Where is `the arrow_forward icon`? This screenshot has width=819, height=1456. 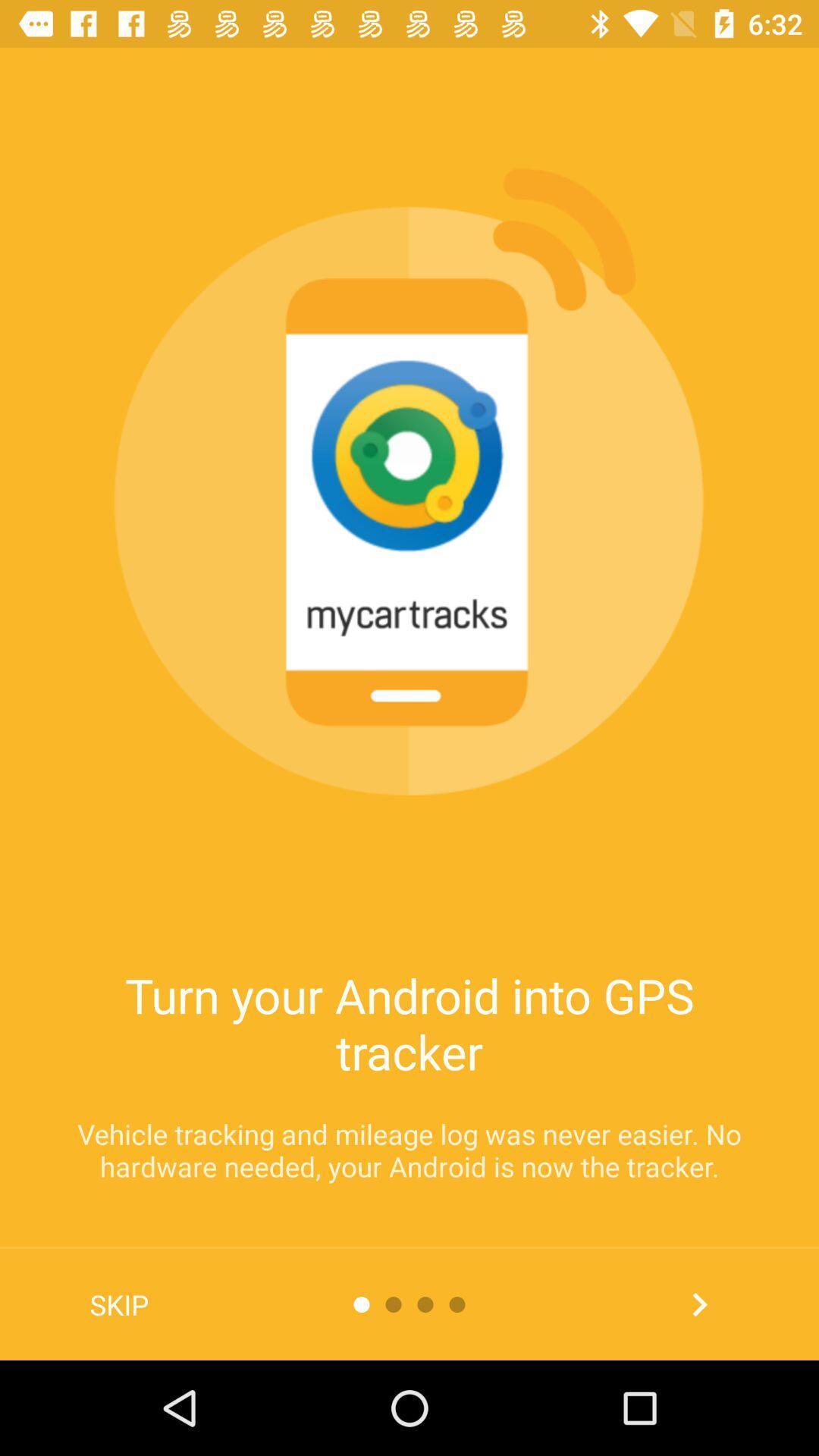 the arrow_forward icon is located at coordinates (699, 1304).